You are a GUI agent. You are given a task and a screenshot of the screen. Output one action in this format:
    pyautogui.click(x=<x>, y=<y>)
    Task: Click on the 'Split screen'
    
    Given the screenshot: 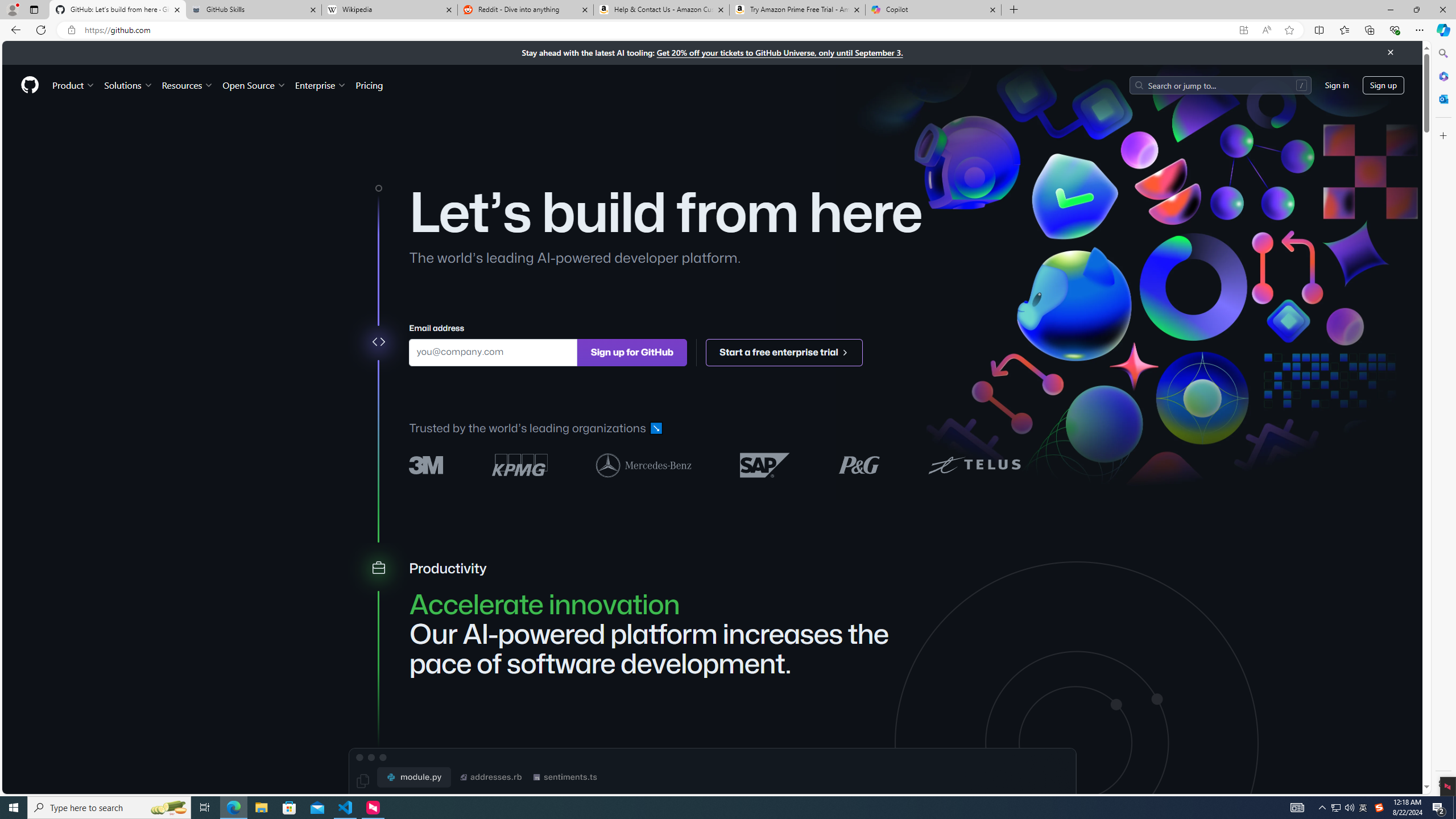 What is the action you would take?
    pyautogui.click(x=1319, y=29)
    